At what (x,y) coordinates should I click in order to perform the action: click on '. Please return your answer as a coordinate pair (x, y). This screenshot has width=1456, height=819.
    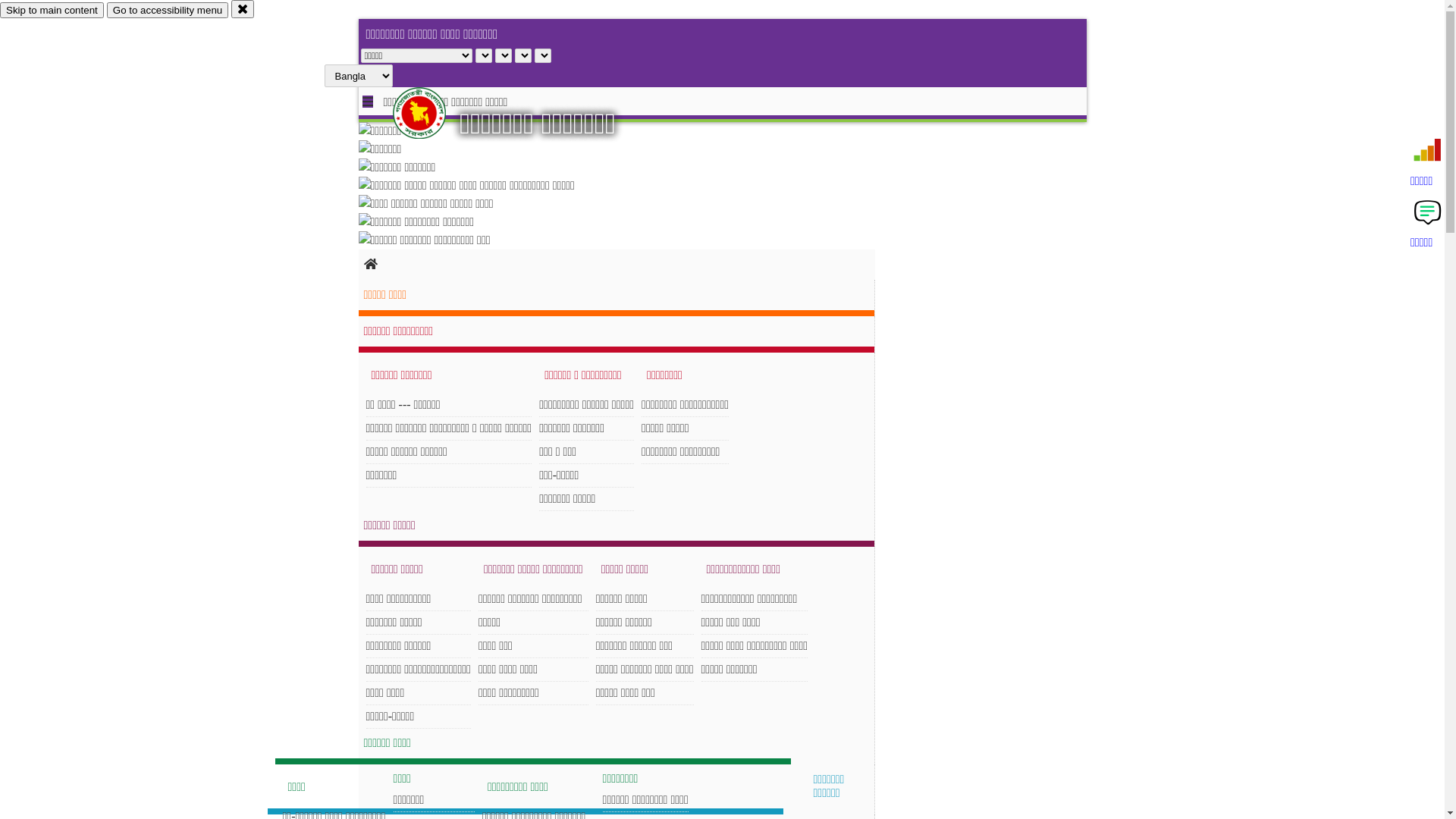
    Looking at the image, I should click on (431, 112).